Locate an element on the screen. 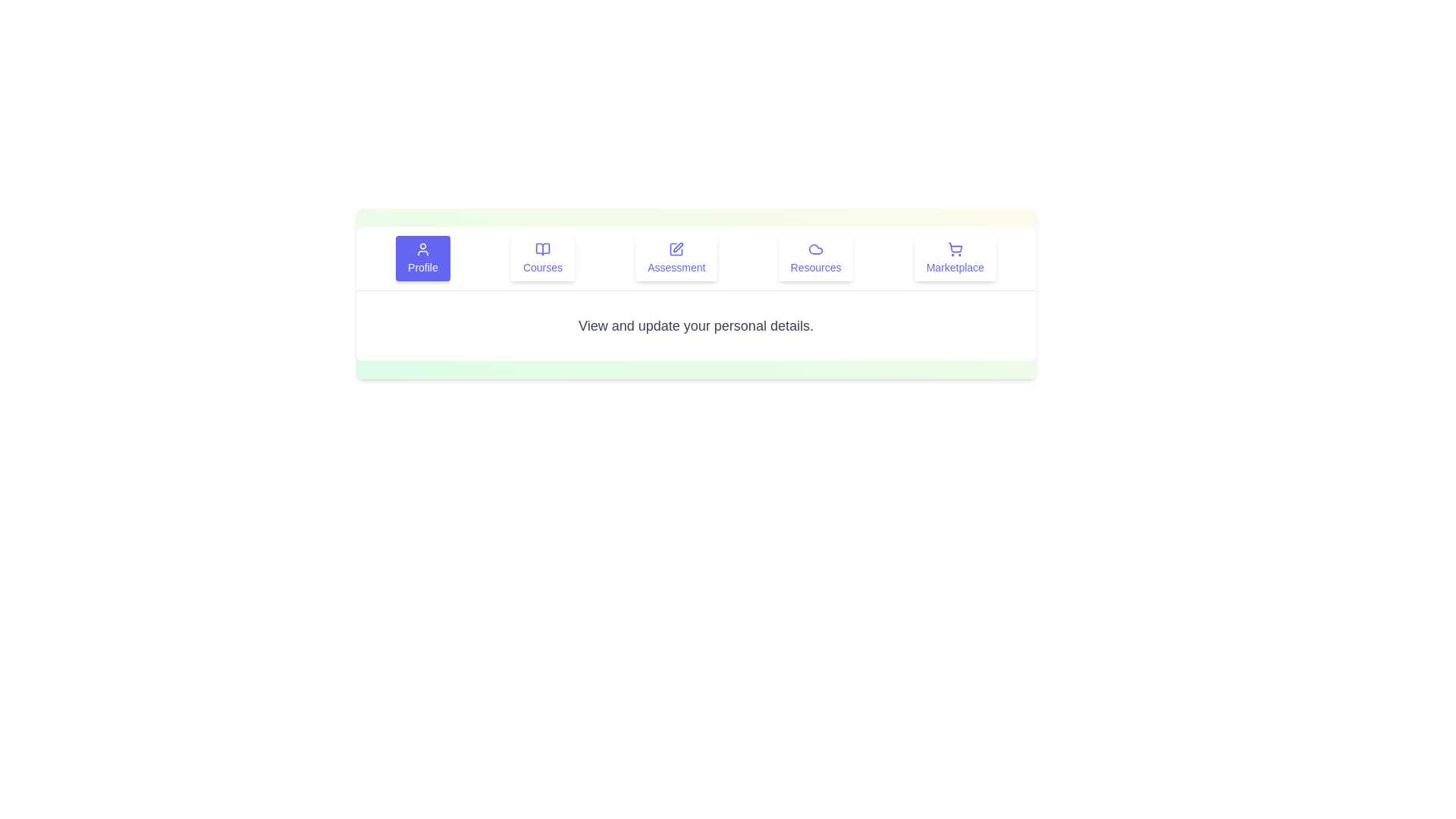  the profile icon located is located at coordinates (422, 248).